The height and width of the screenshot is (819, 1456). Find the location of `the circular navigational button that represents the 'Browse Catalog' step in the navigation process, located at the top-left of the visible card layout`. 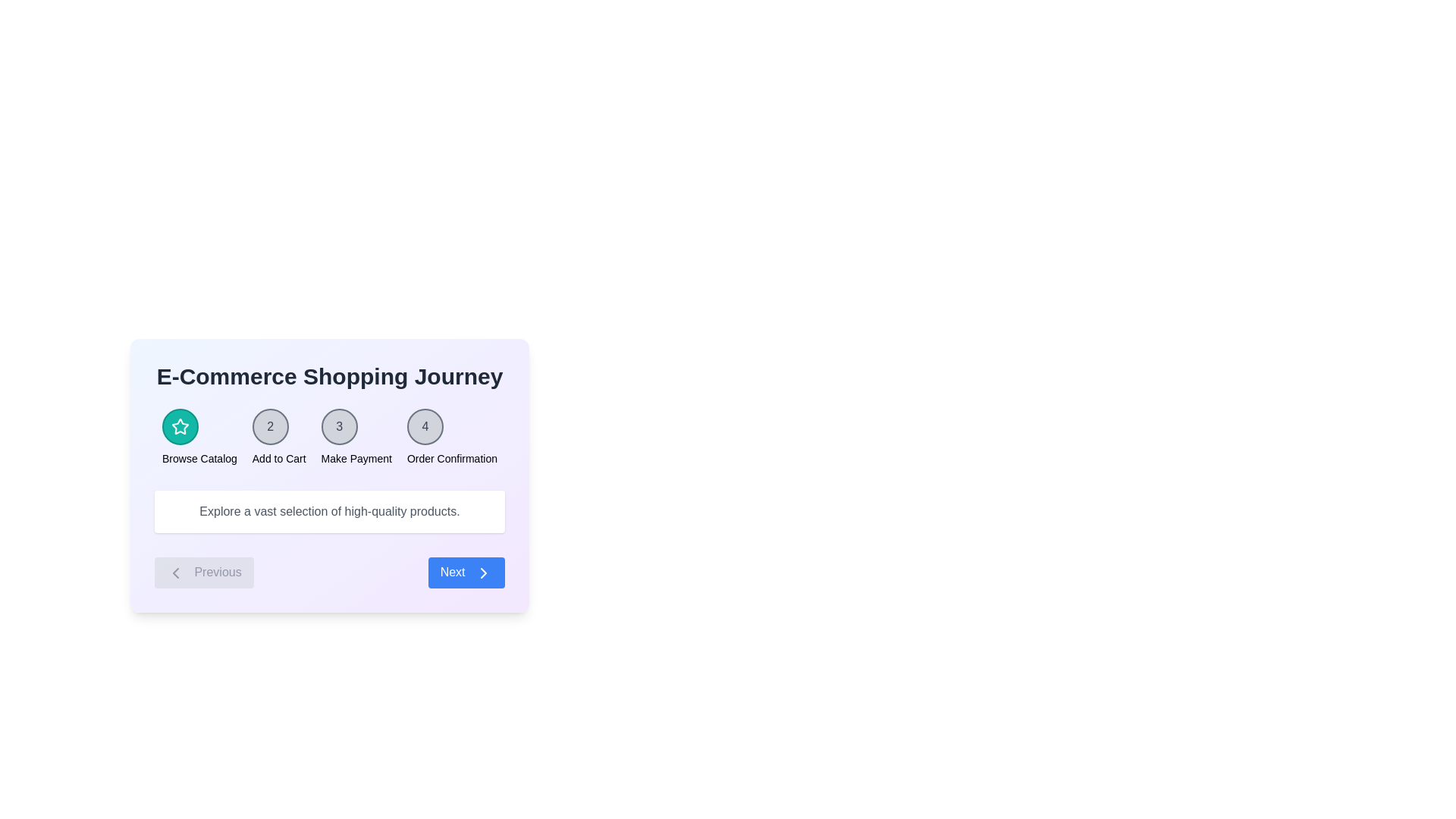

the circular navigational button that represents the 'Browse Catalog' step in the navigation process, located at the top-left of the visible card layout is located at coordinates (180, 427).